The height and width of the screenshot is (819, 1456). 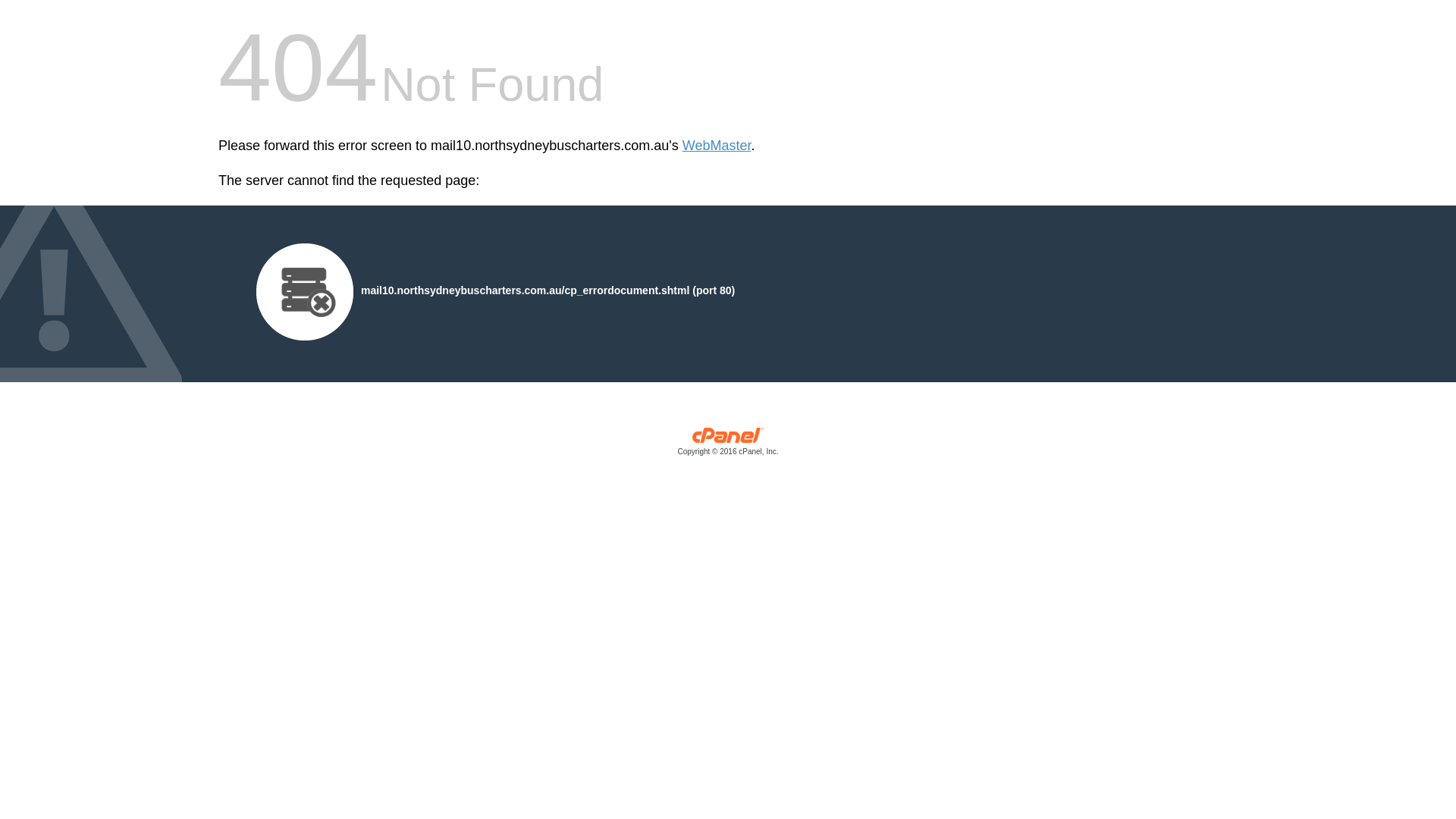 I want to click on 'WebMaster', so click(x=716, y=146).